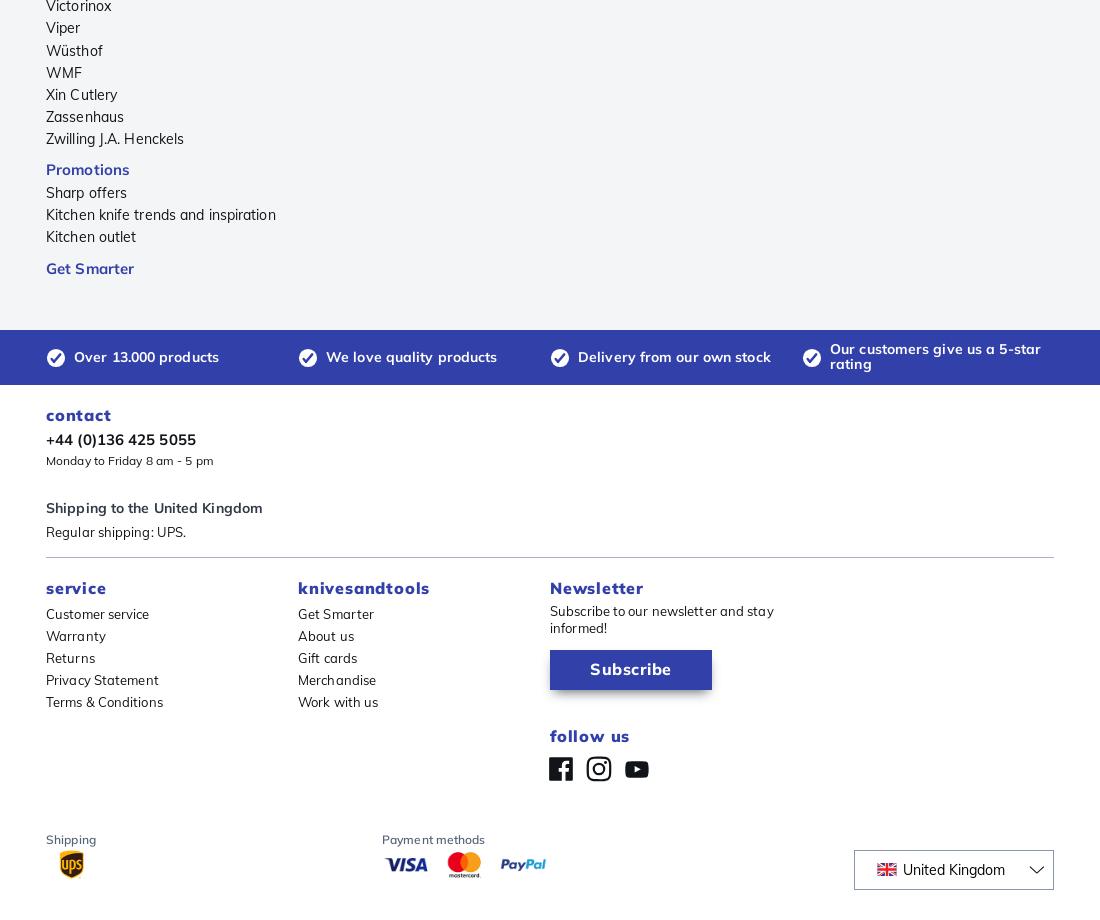 Image resolution: width=1100 pixels, height=920 pixels. I want to click on 'WMF', so click(63, 72).